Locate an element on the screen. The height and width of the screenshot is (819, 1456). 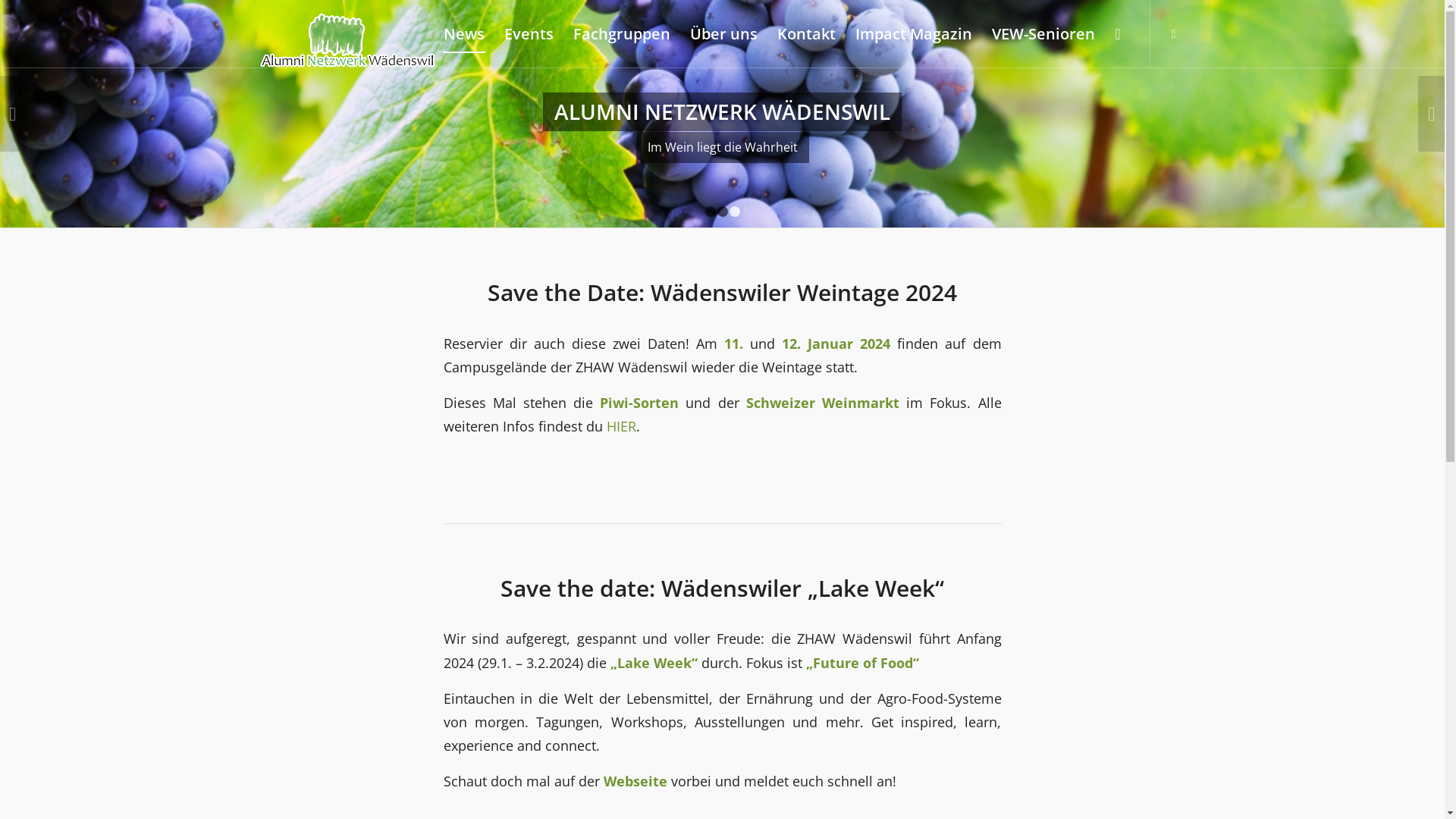
'Impact Magazin' is located at coordinates (912, 34).